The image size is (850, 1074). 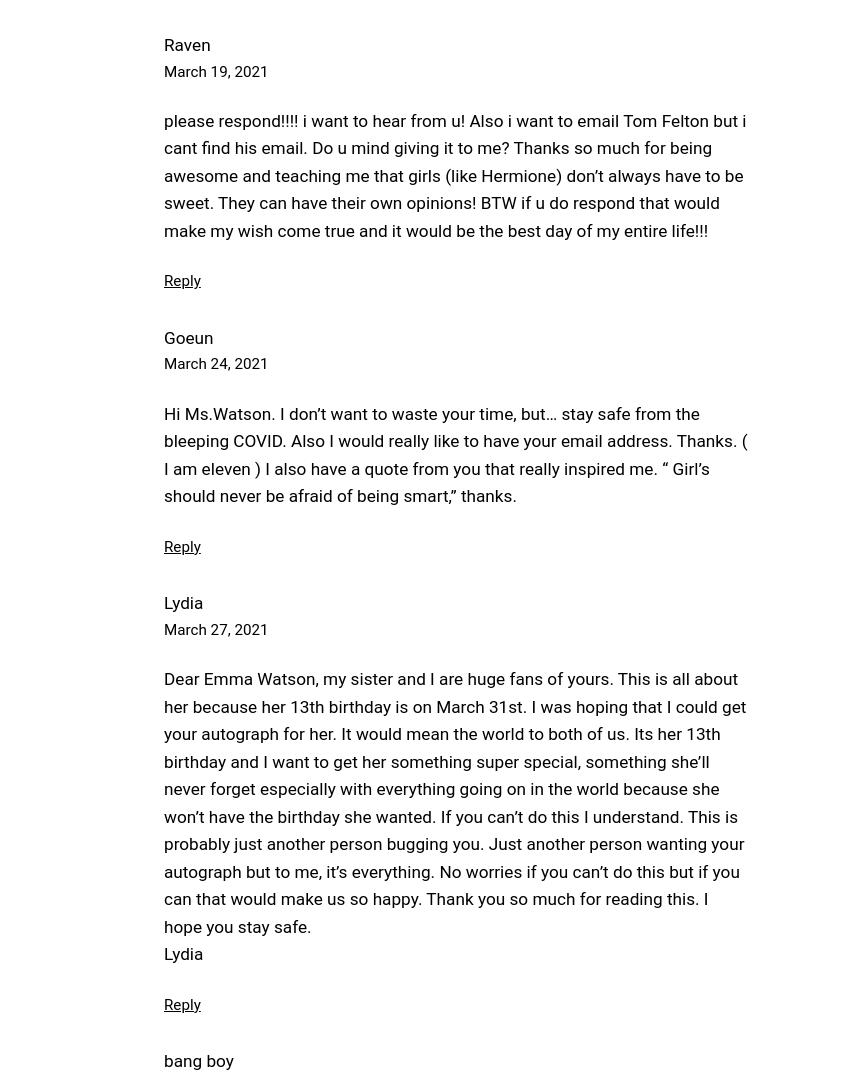 I want to click on 'Goeun', so click(x=163, y=336).